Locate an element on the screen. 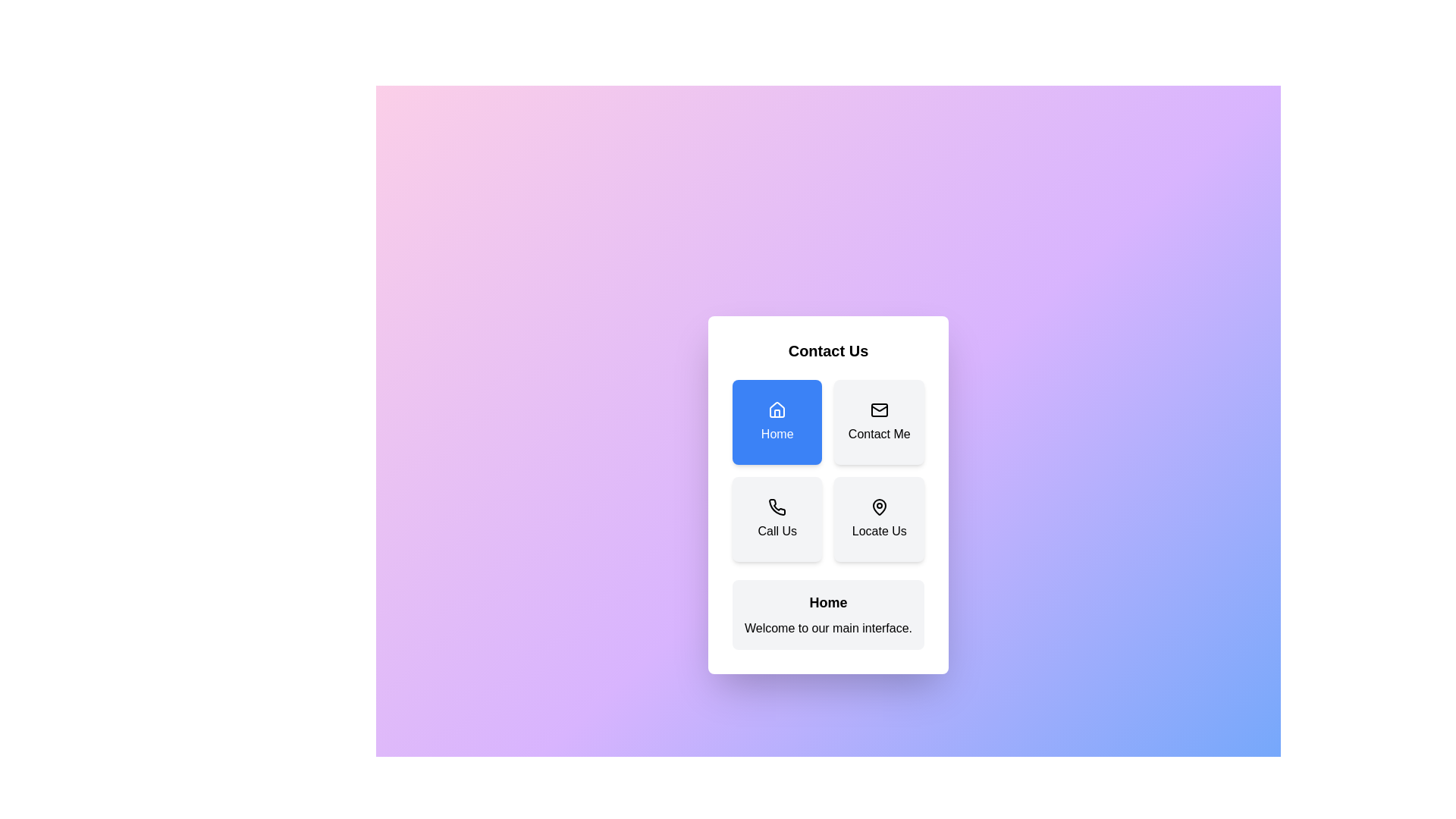 This screenshot has width=1456, height=819. the header text 'Contact Us' is located at coordinates (827, 350).